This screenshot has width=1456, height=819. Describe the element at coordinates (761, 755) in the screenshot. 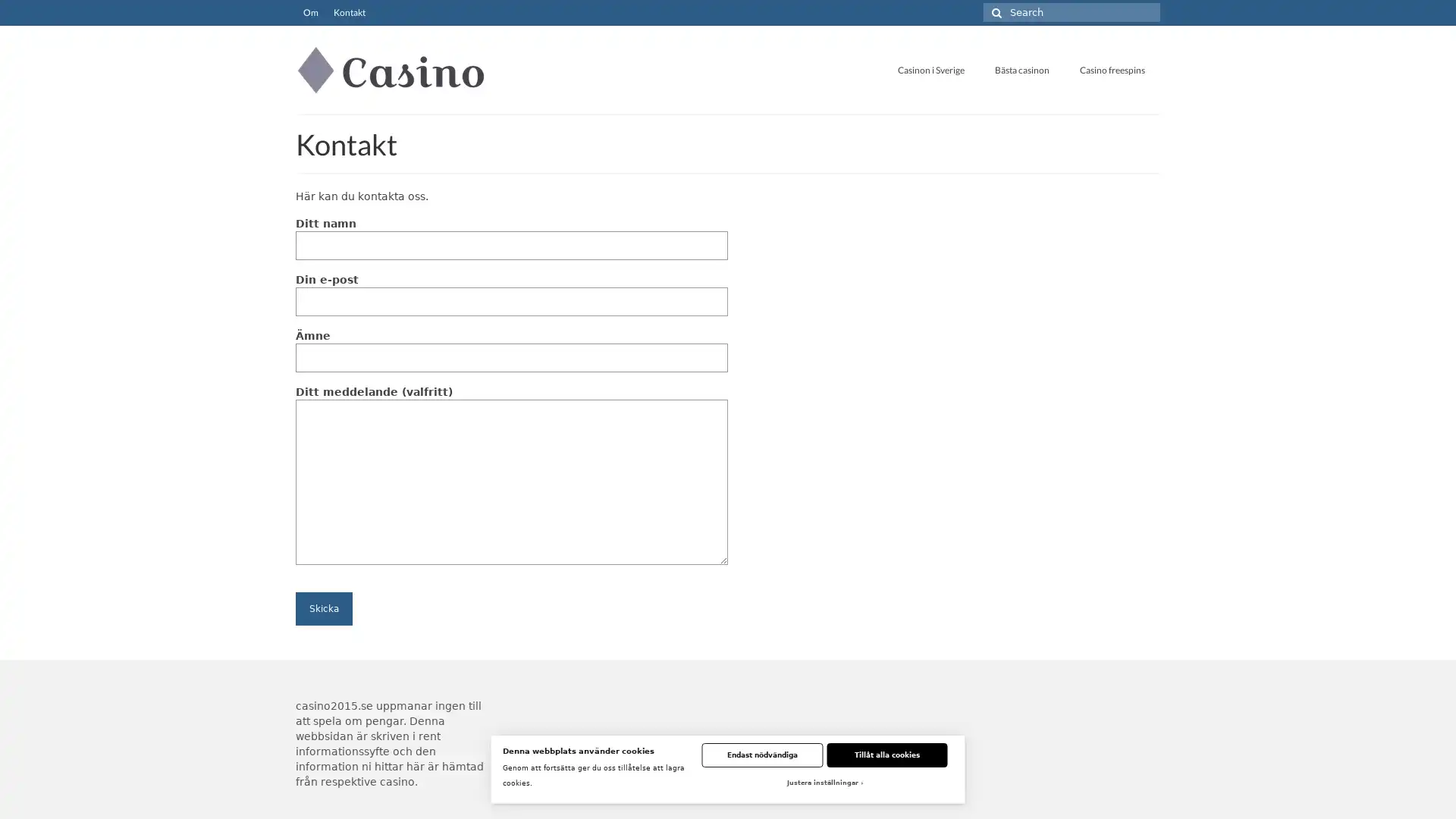

I see `Endast nodvandiga` at that location.